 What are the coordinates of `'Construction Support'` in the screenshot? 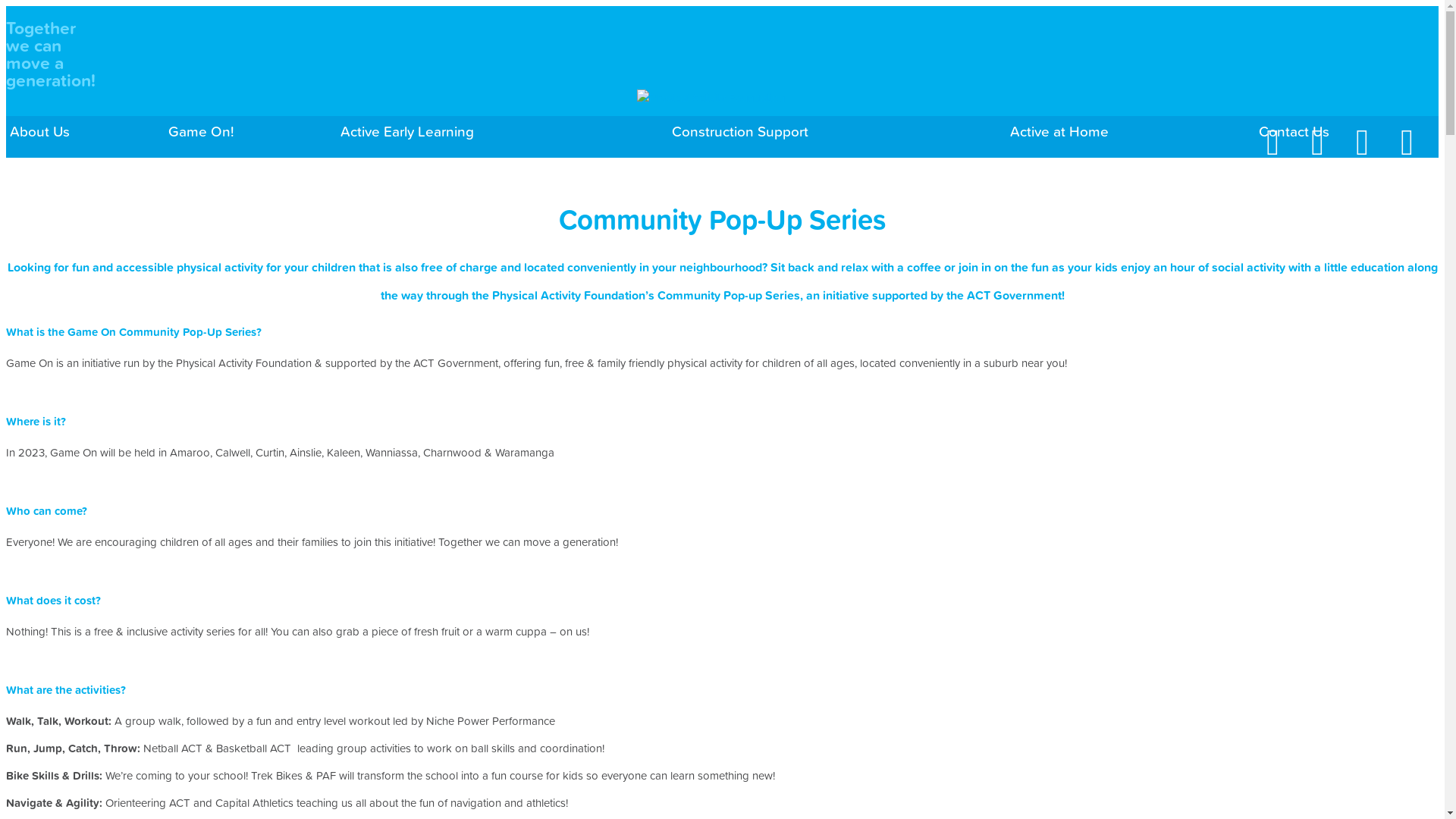 It's located at (739, 130).